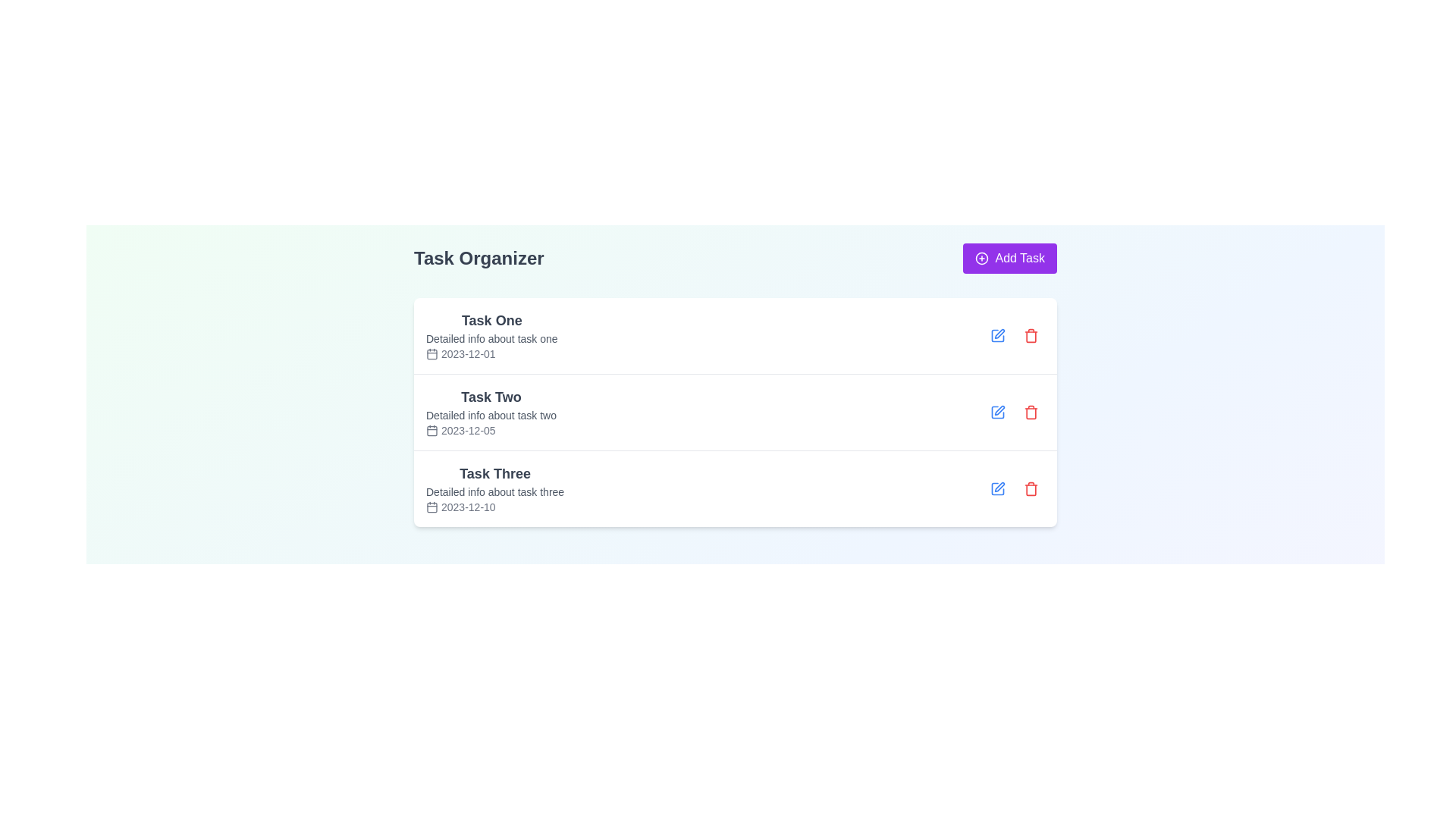  Describe the element at coordinates (491, 415) in the screenshot. I see `the text label displaying 'Detailed info about task two', which is located below the 'Task Two' heading and above the task's date, centrally aligned within the task block` at that location.